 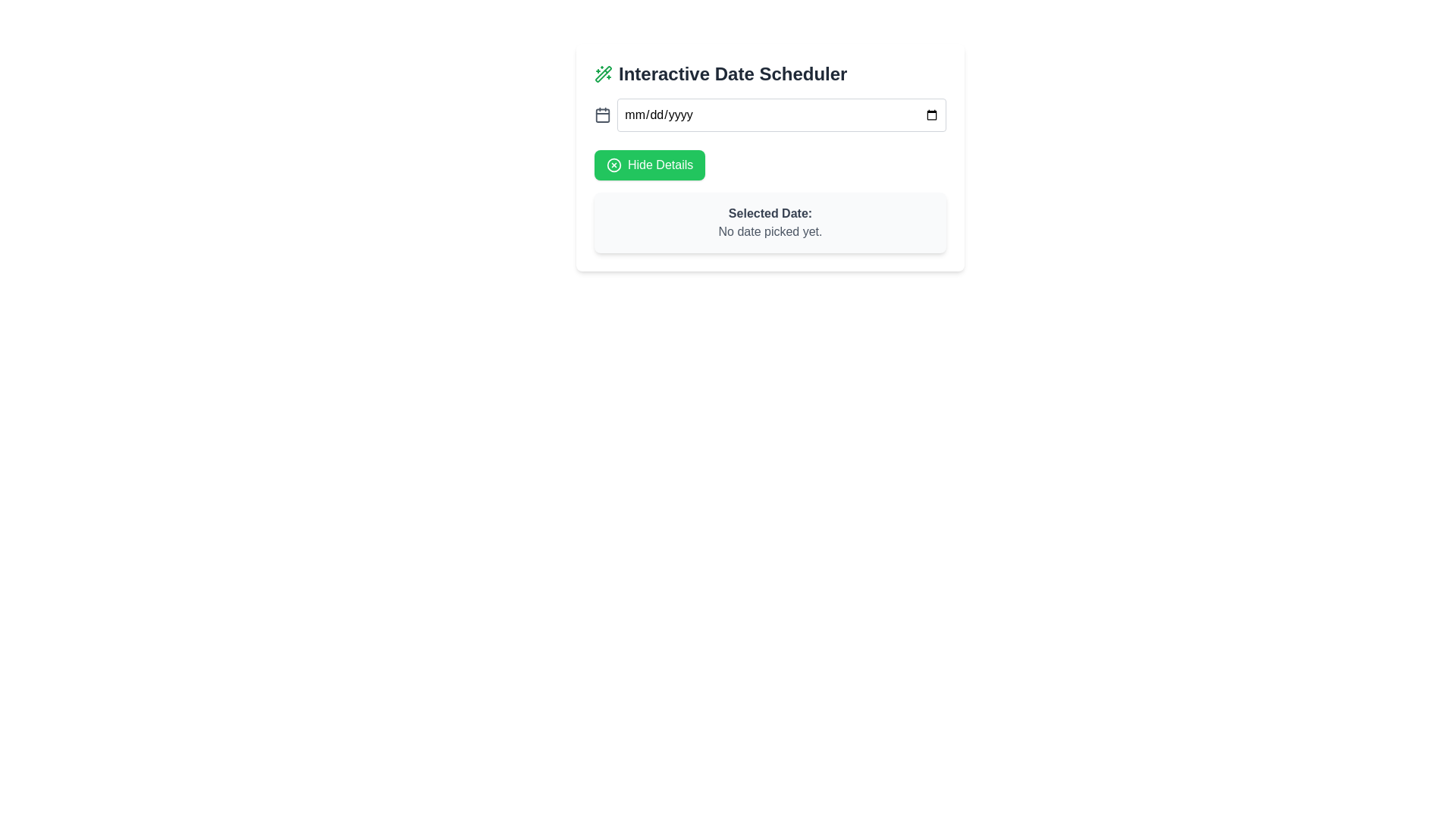 What do you see at coordinates (602, 114) in the screenshot?
I see `the calendar icon located to the left of the date input box, which has a gray fill and rounded corners` at bounding box center [602, 114].